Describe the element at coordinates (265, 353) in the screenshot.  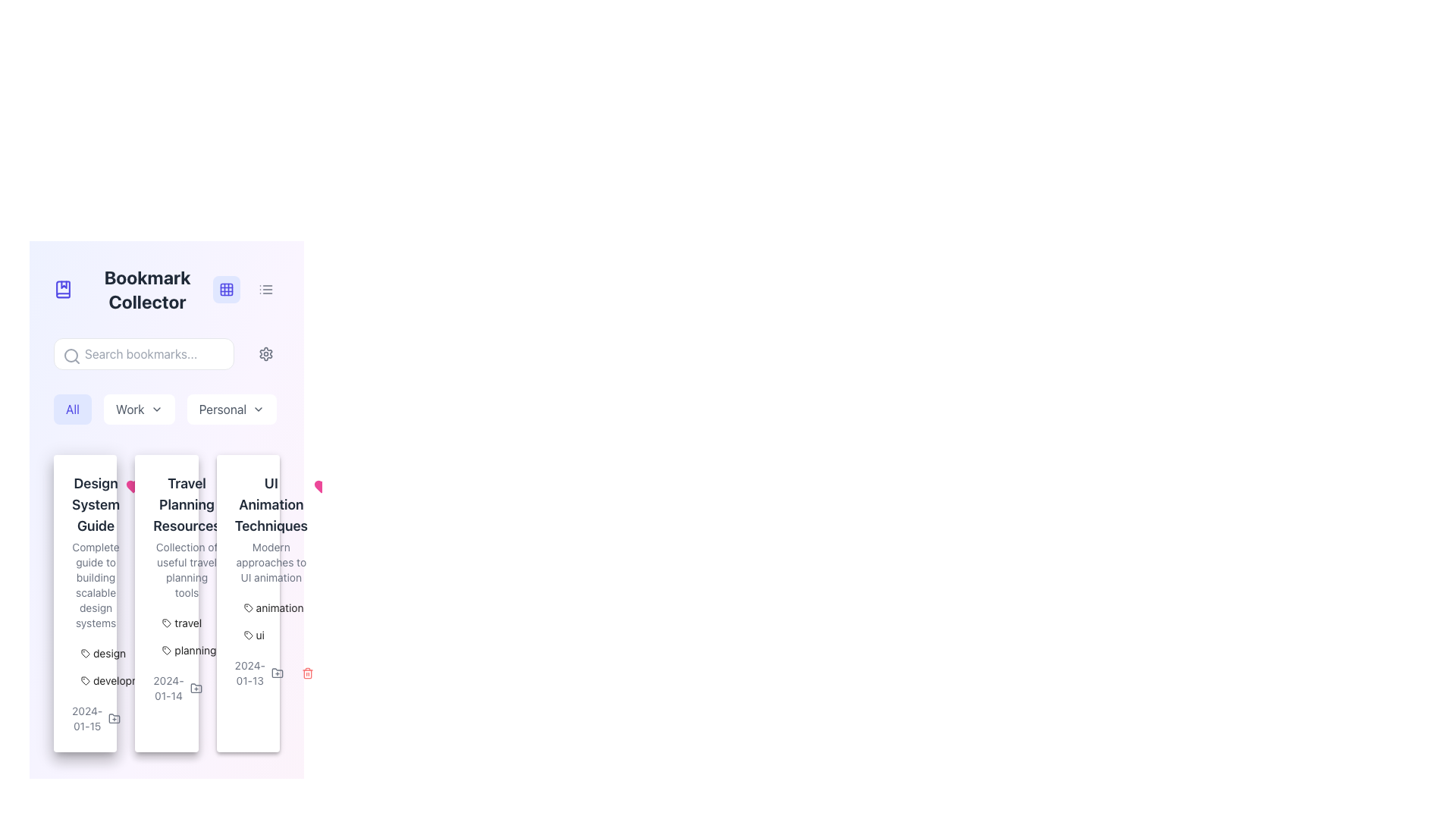
I see `the settings button located in the top-right corner of the interface, adjacent to the search bar` at that location.